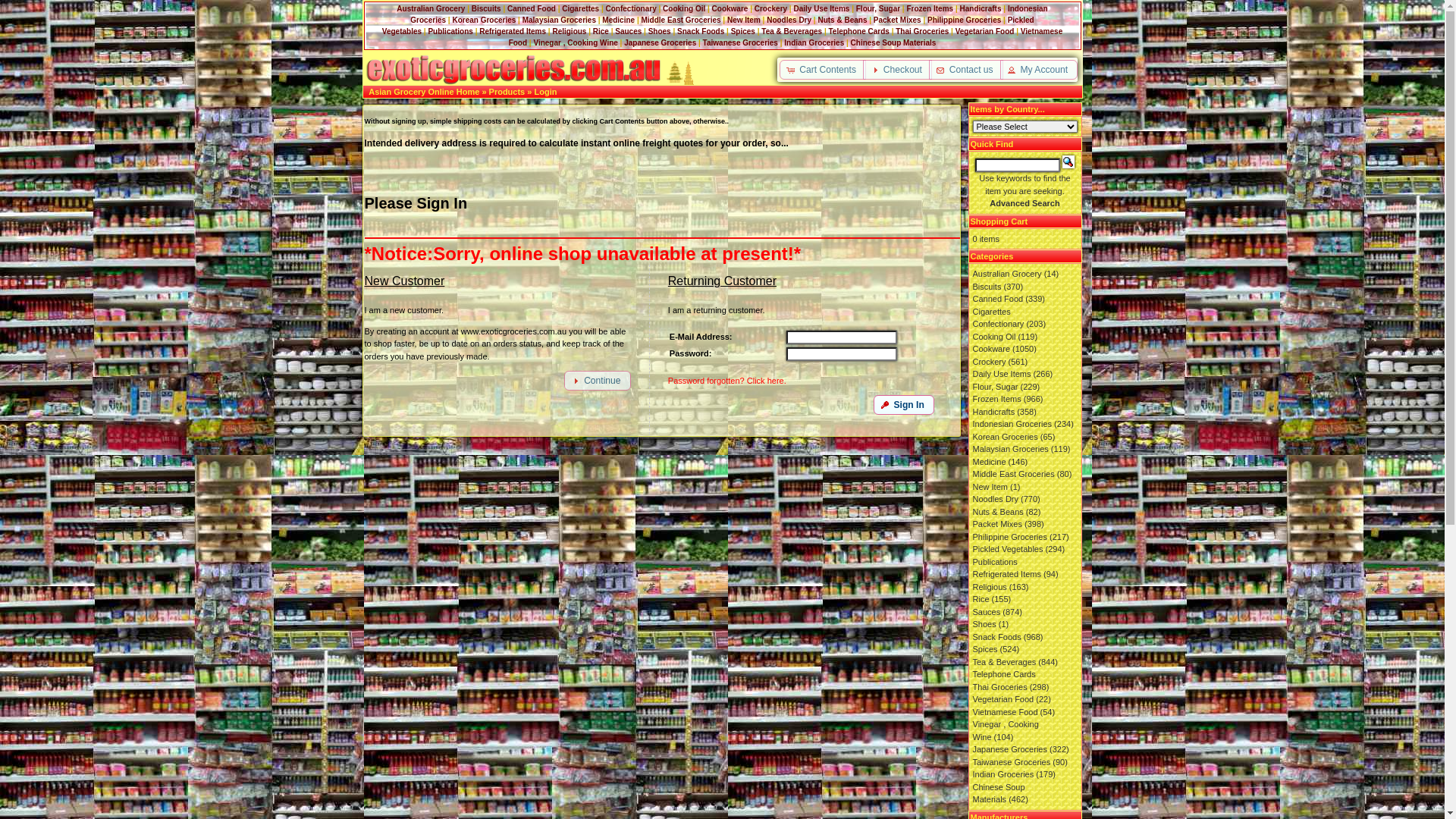  Describe the element at coordinates (449, 31) in the screenshot. I see `'Publications'` at that location.